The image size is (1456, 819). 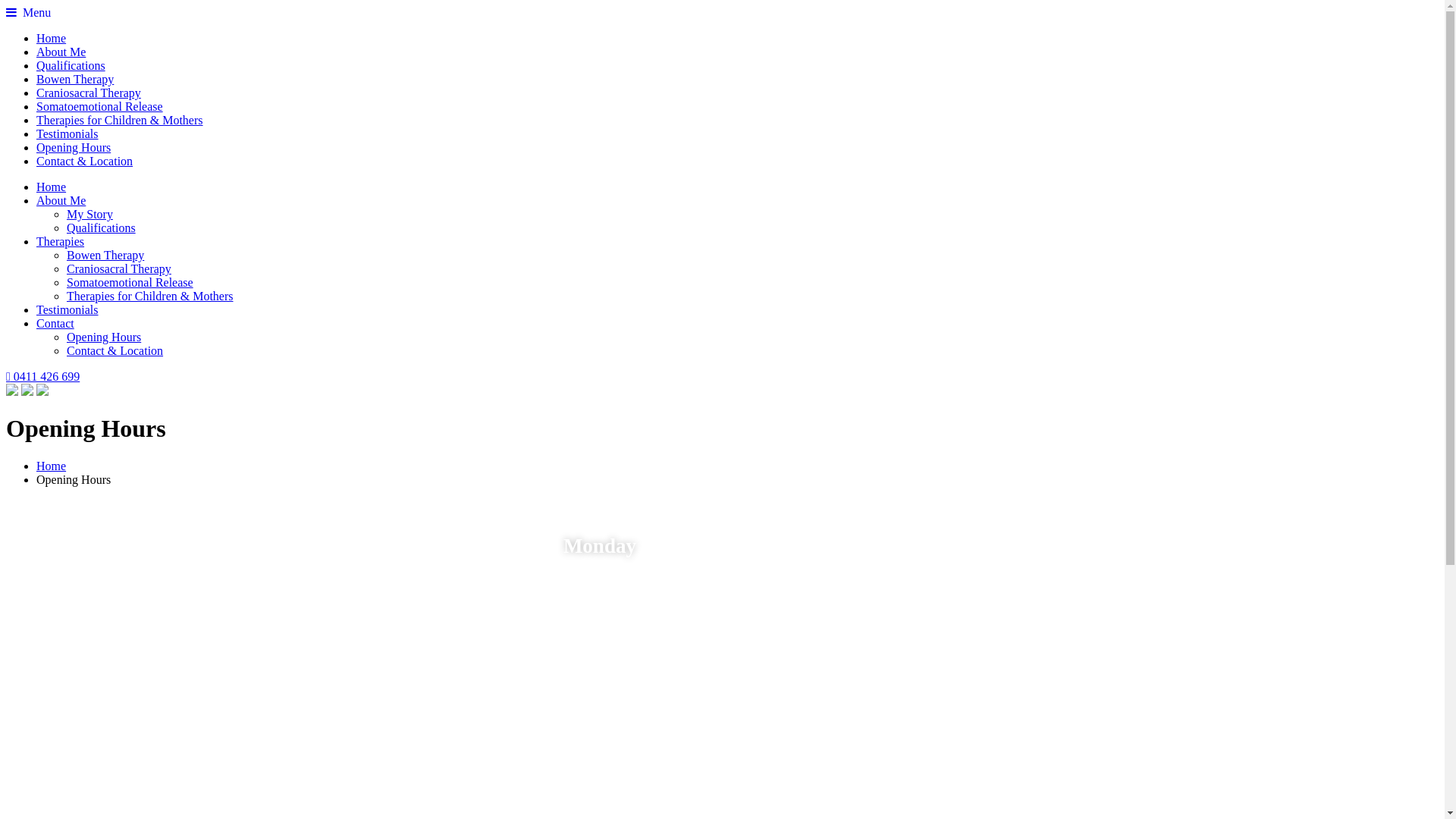 I want to click on 'Contact & Location', so click(x=83, y=161).